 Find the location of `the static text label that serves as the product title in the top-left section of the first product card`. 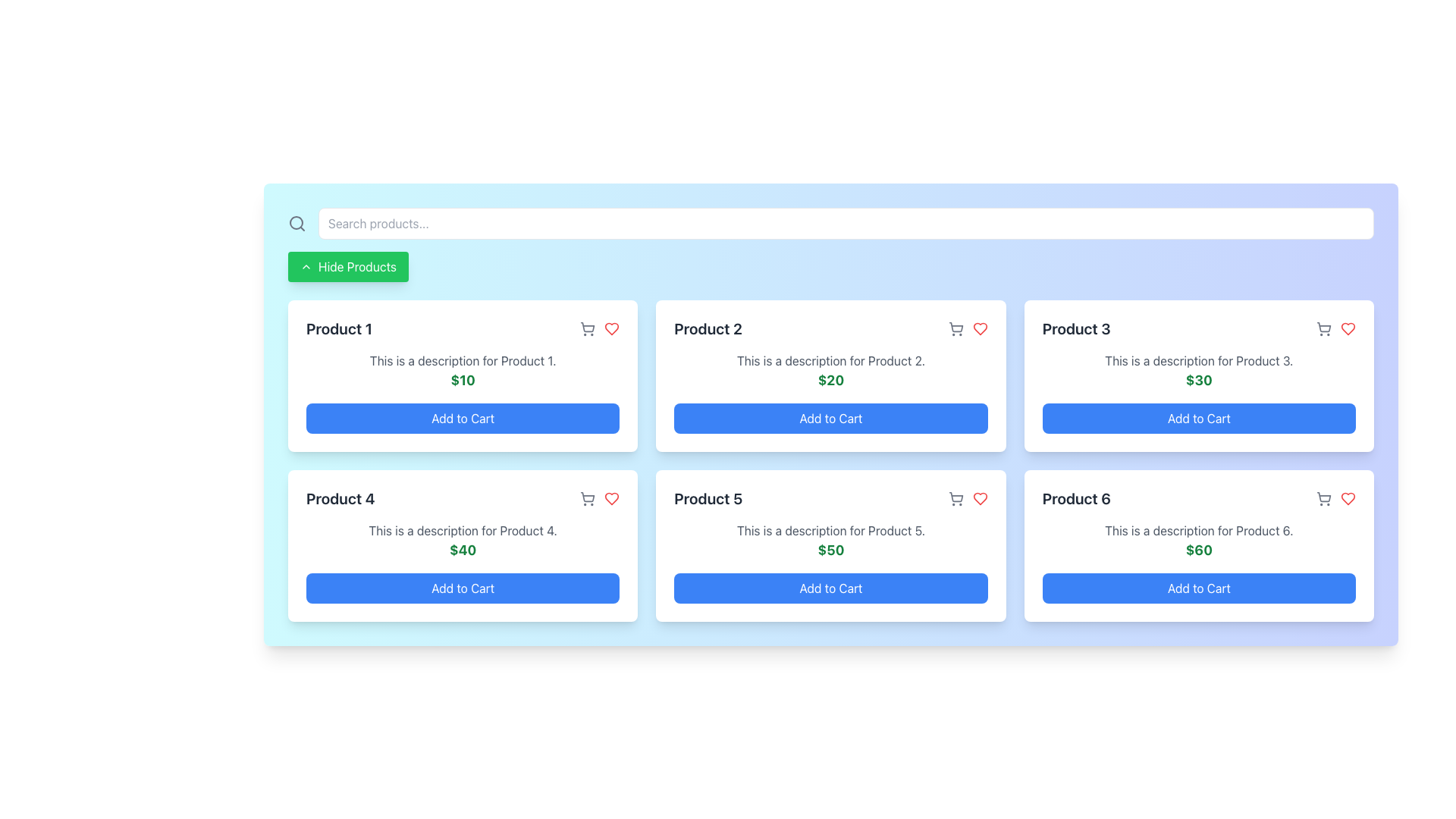

the static text label that serves as the product title in the top-left section of the first product card is located at coordinates (338, 328).